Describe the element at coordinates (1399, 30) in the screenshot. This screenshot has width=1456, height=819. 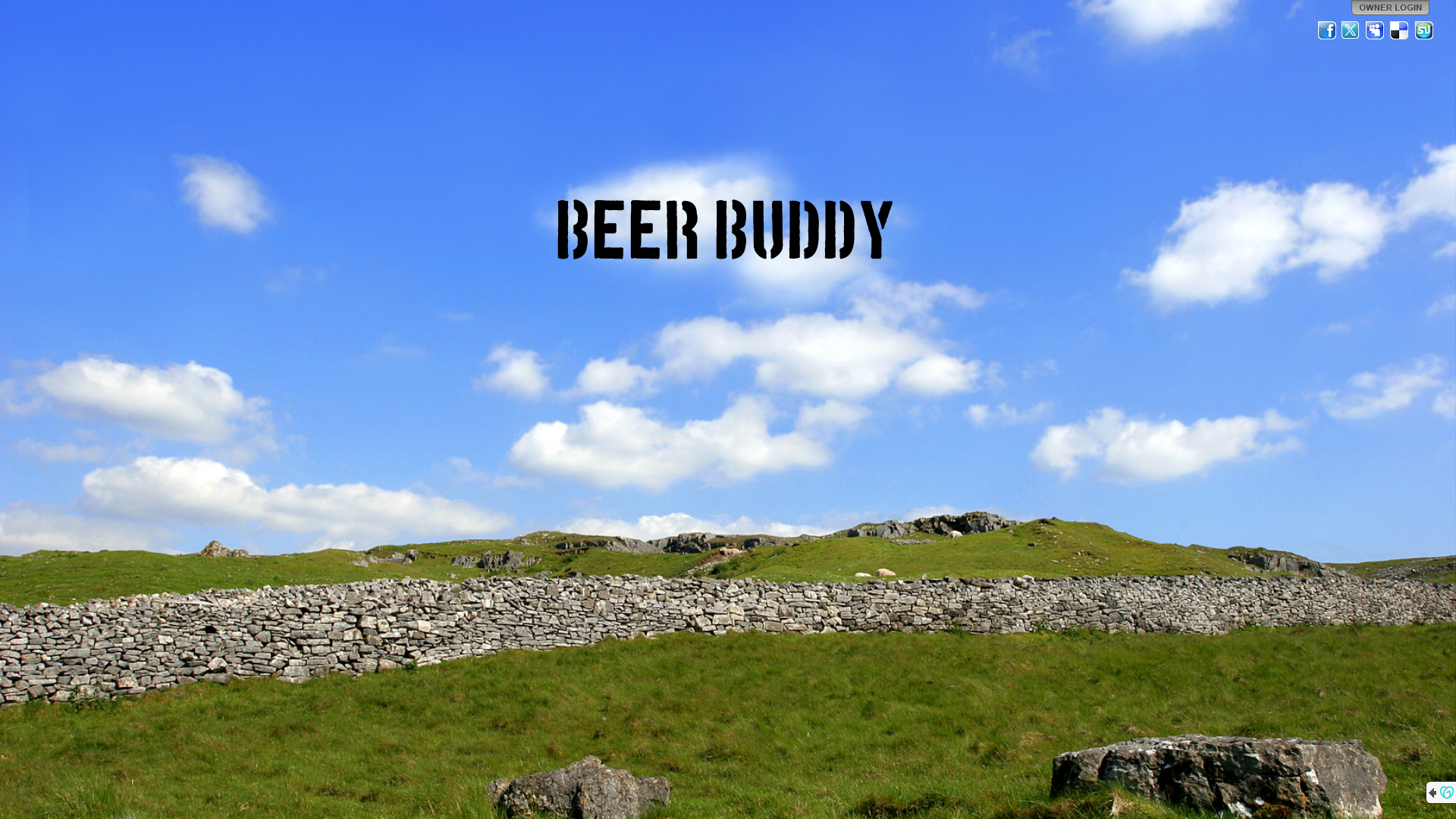
I see `'Del.icio.us'` at that location.